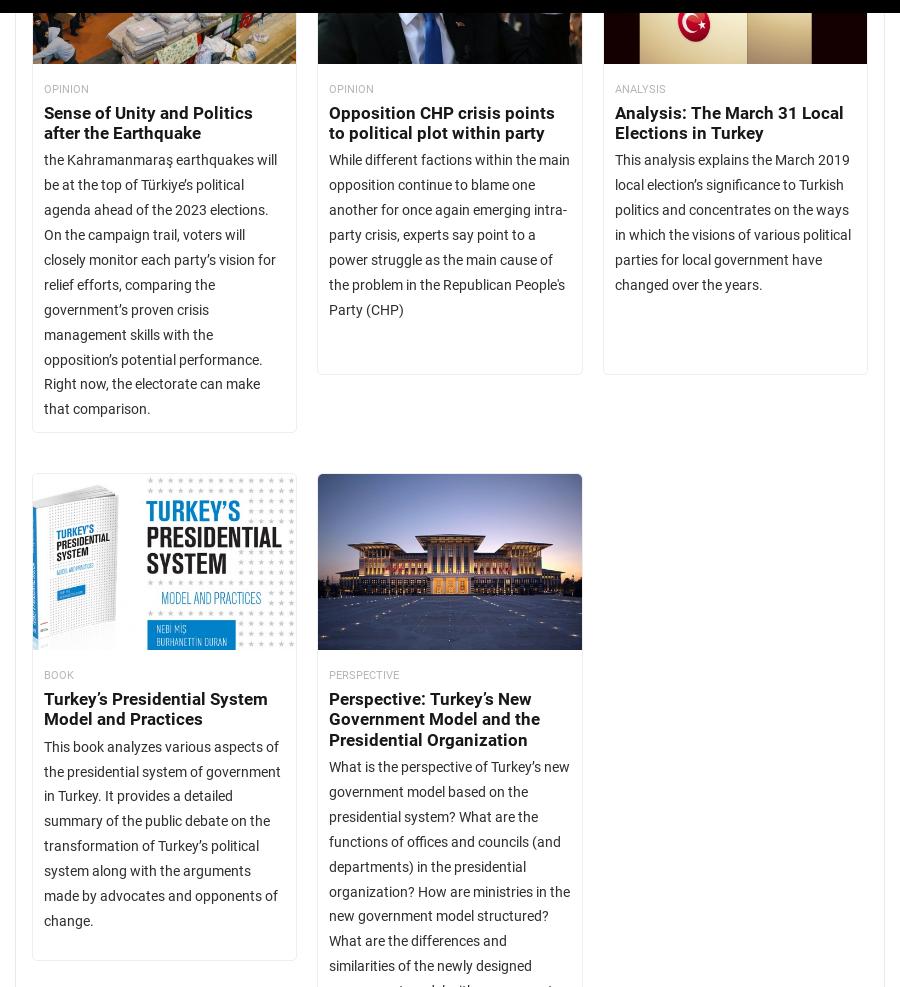  I want to click on 'Opposition CHP crisis points to political plot within party', so click(441, 121).